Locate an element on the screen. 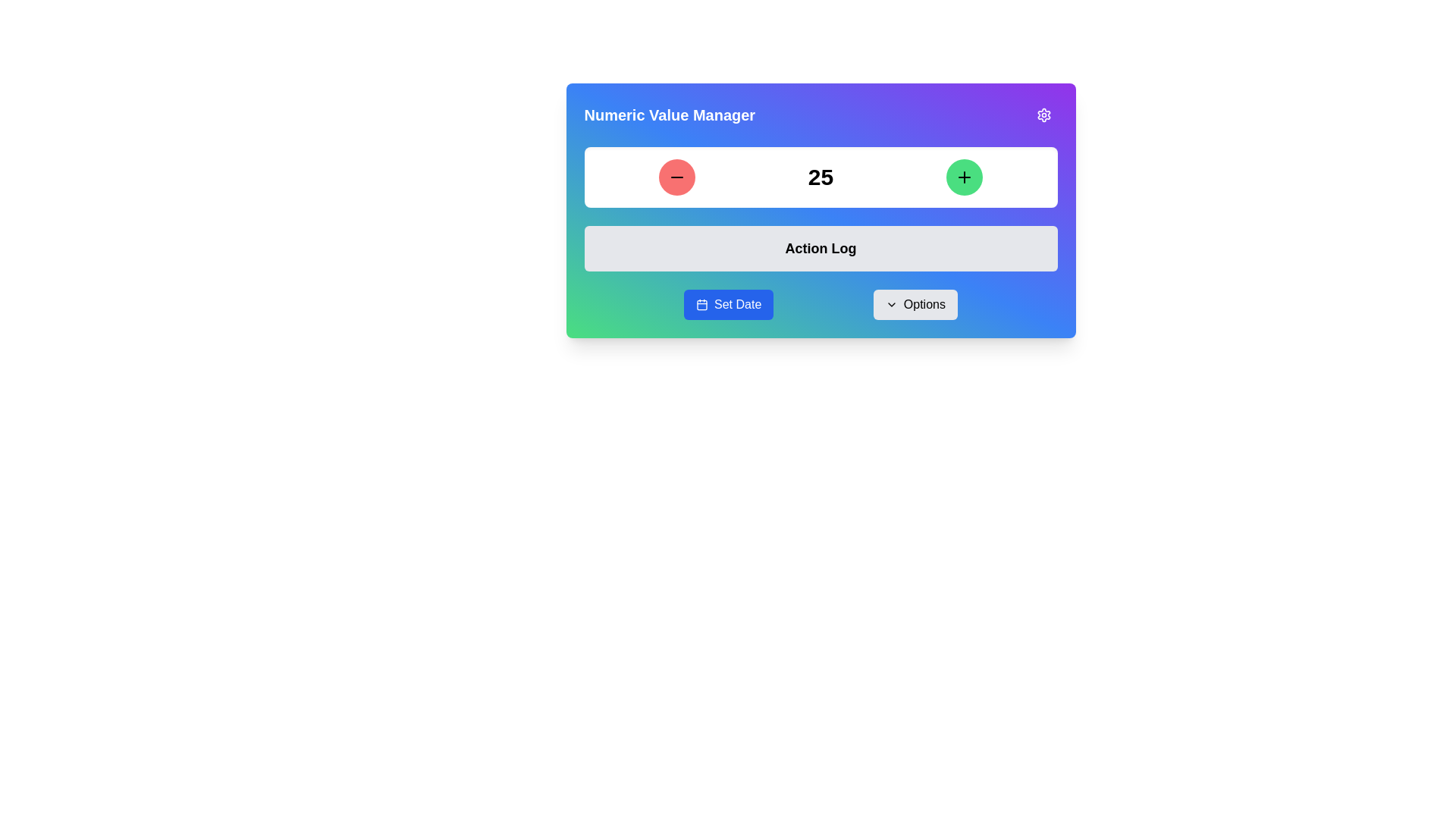 This screenshot has width=1456, height=819. the green circular increment button with a black plus sign (+) by tabbing is located at coordinates (964, 177).